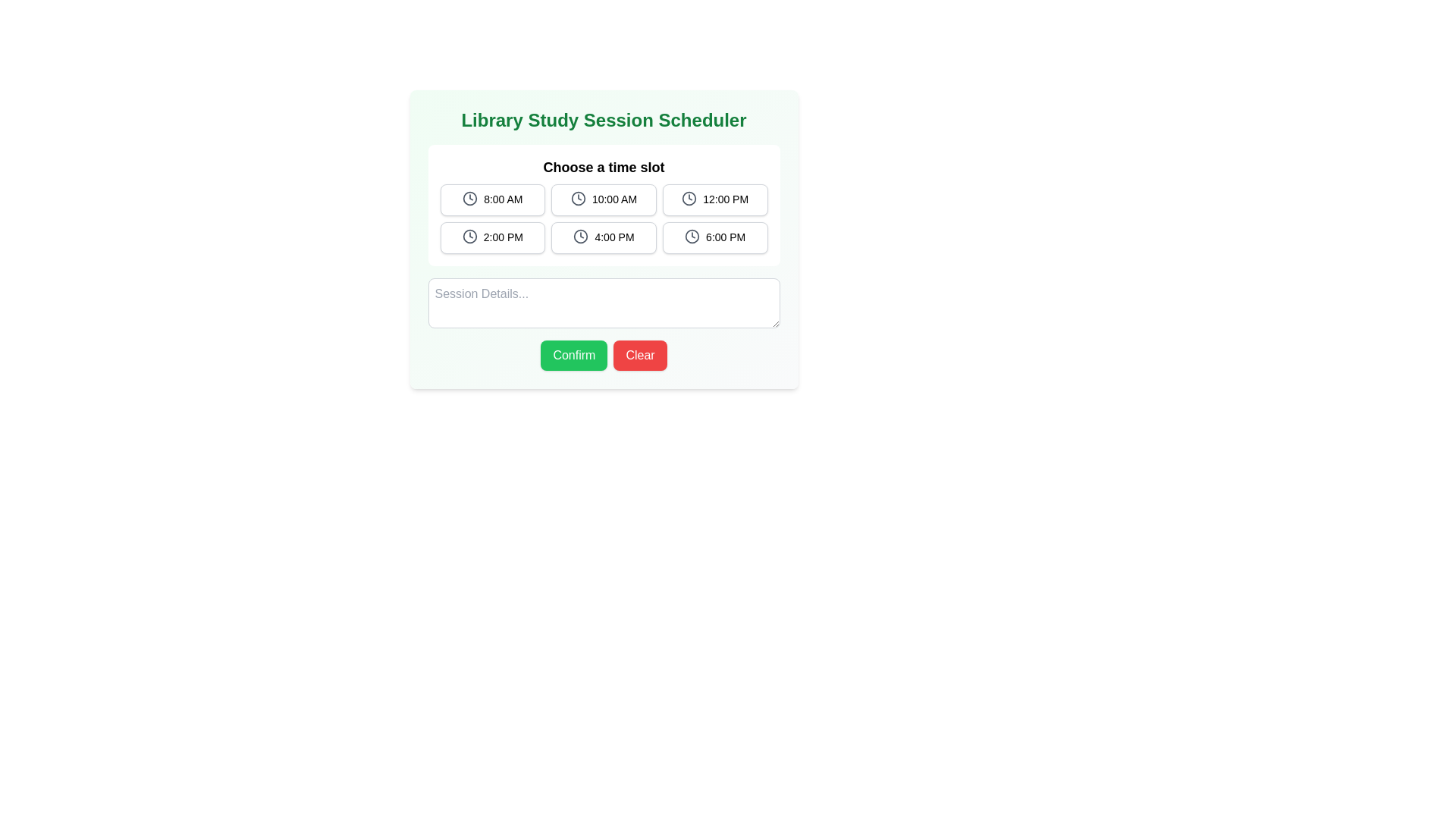 This screenshot has width=1456, height=819. Describe the element at coordinates (692, 237) in the screenshot. I see `the circular graphical component representing the clock's outline within the SVG icon, which is located to the left of the time label for 6:00 PM` at that location.